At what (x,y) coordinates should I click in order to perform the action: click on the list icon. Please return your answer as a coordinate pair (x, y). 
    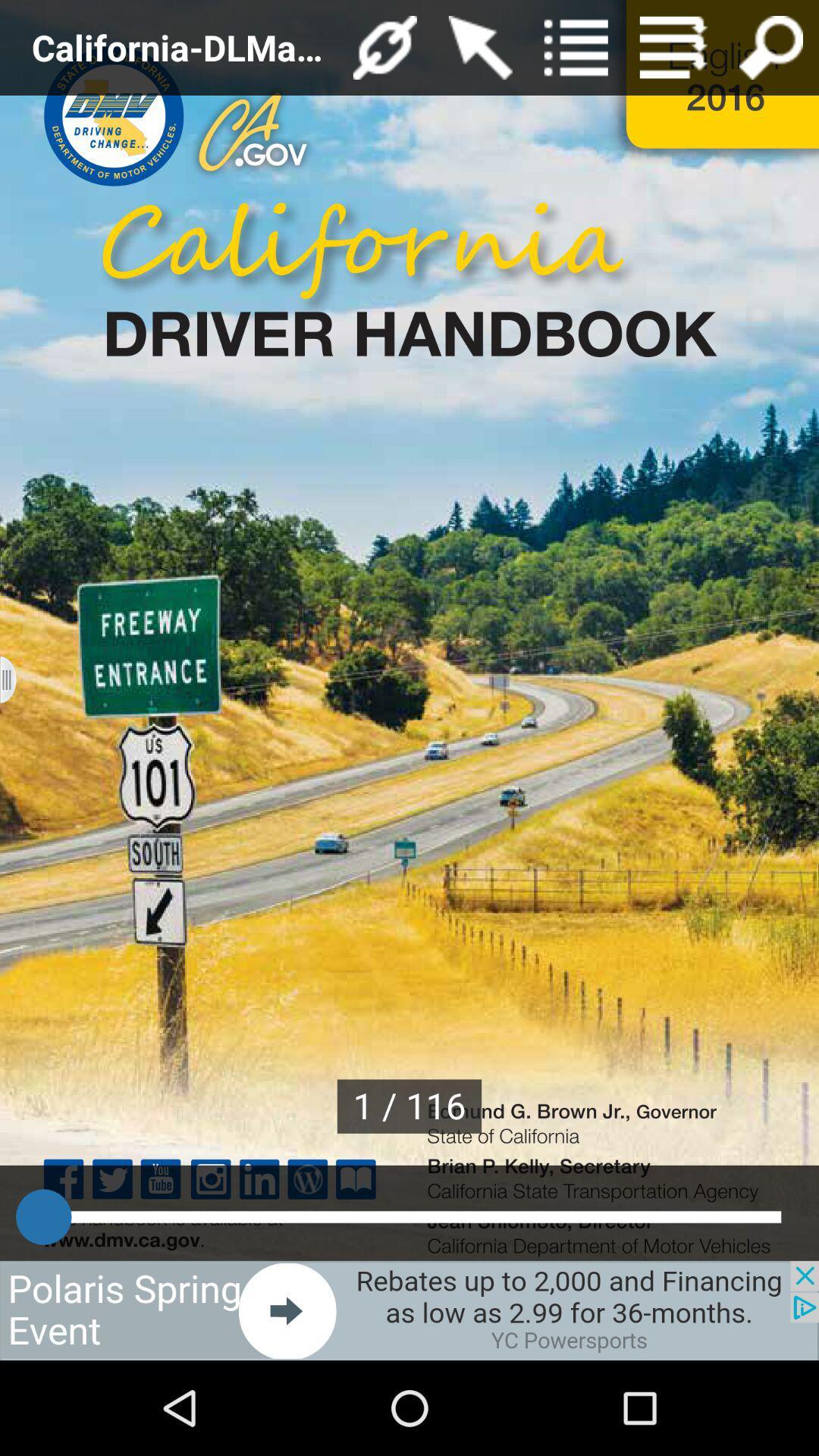
    Looking at the image, I should click on (576, 51).